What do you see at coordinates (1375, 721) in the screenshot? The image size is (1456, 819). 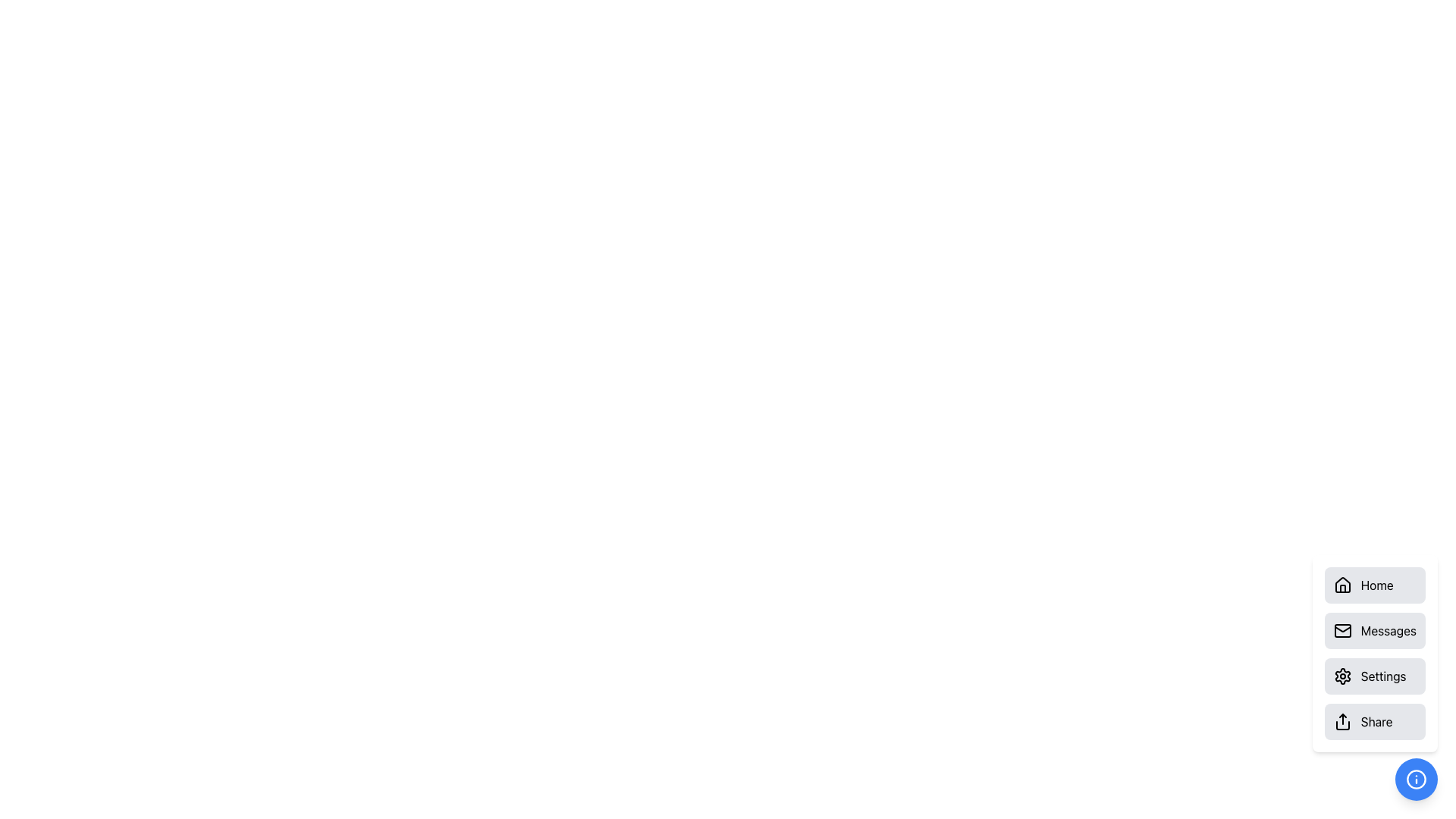 I see `the 'Share' button located at the bottom-right corner of the interface, styled with a light gray background and displaying a black share icon and the text 'Share'` at bounding box center [1375, 721].